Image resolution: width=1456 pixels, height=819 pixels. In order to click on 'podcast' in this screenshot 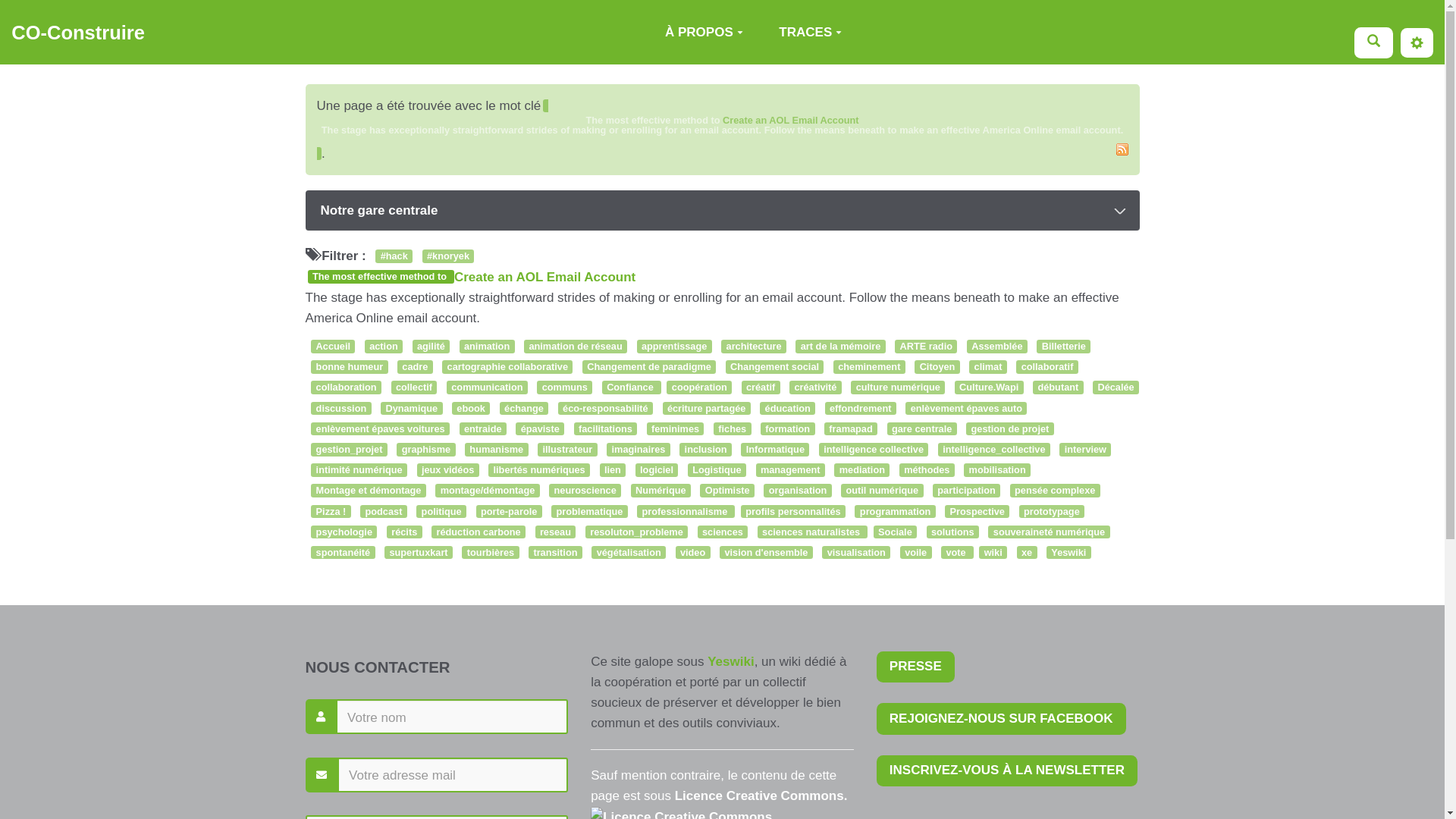, I will do `click(383, 512)`.